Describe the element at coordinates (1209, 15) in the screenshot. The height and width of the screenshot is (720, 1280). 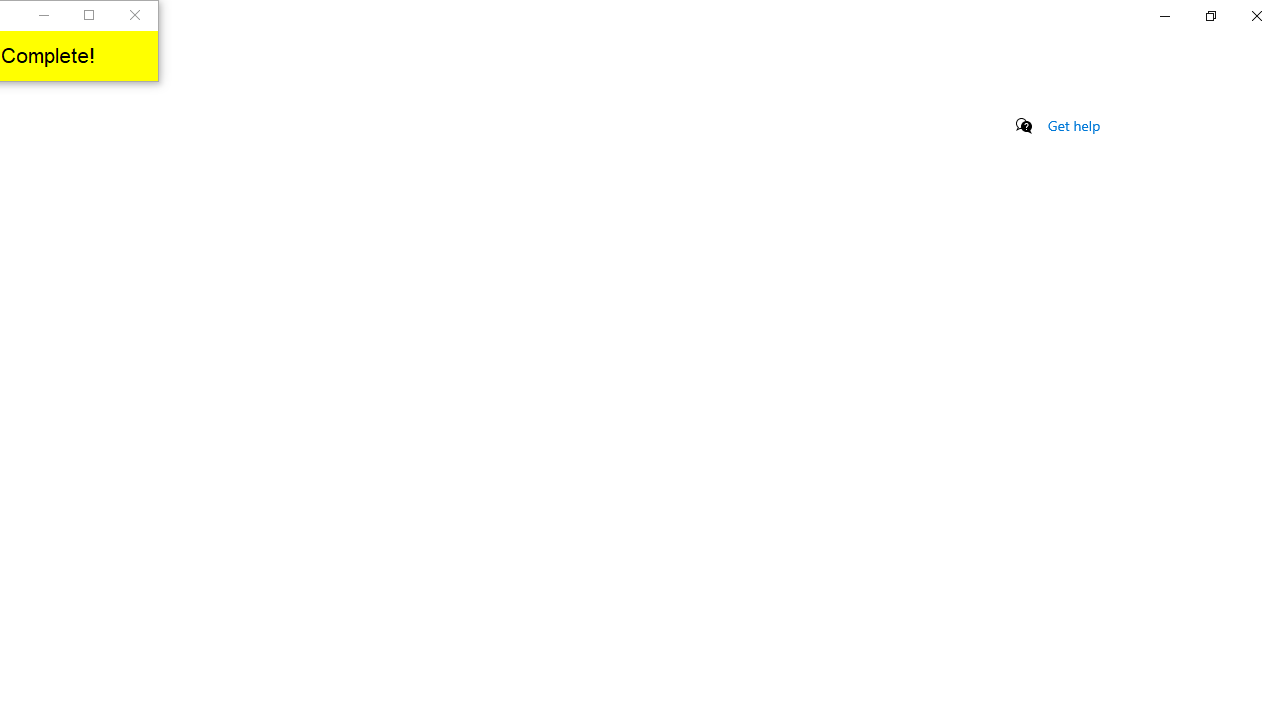
I see `'Restore Settings'` at that location.